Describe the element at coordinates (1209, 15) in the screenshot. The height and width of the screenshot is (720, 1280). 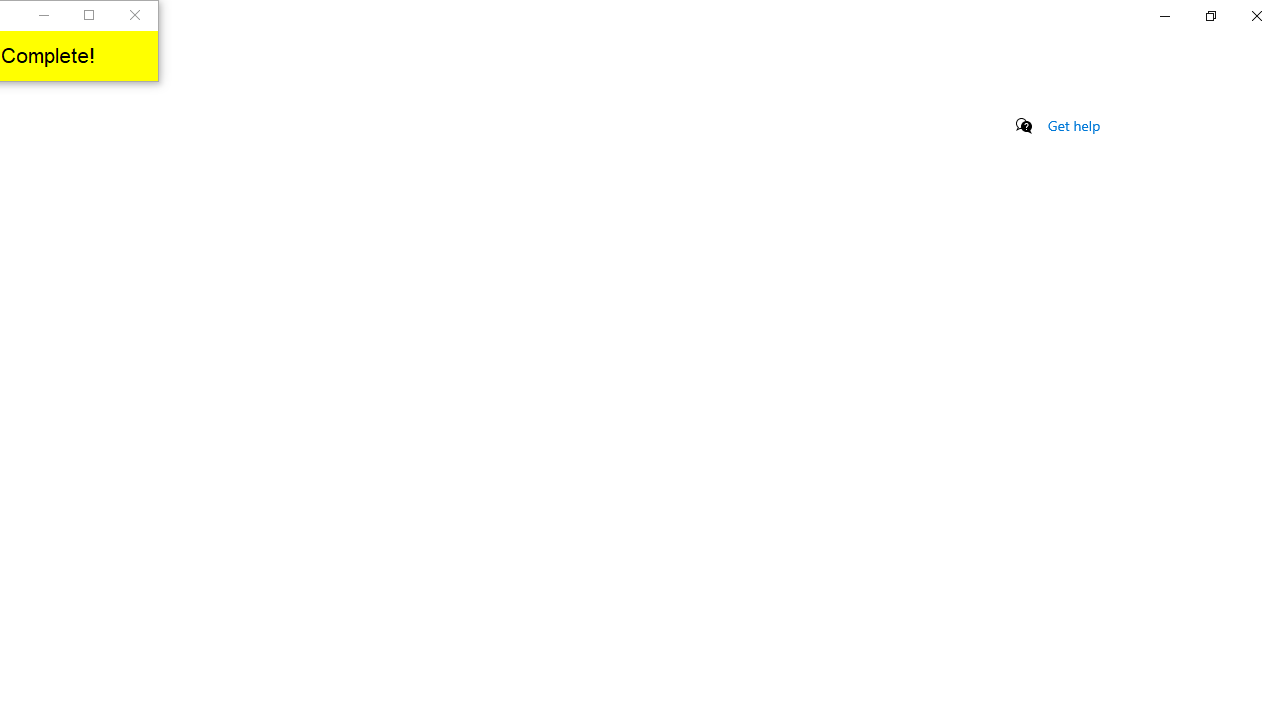
I see `'Restore Settings'` at that location.